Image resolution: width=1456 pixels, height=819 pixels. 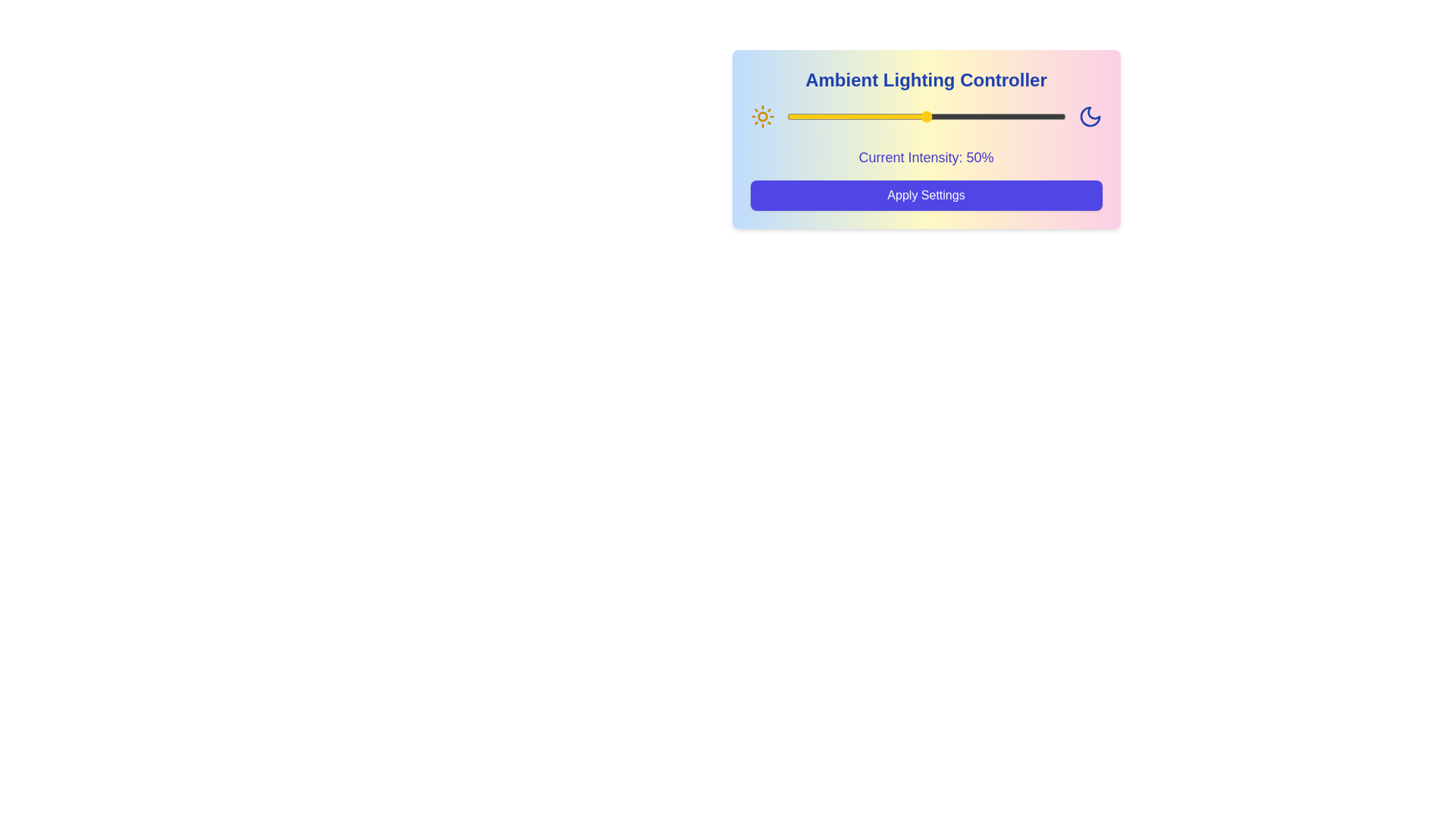 I want to click on the Sun icon to adjust lighting, so click(x=762, y=116).